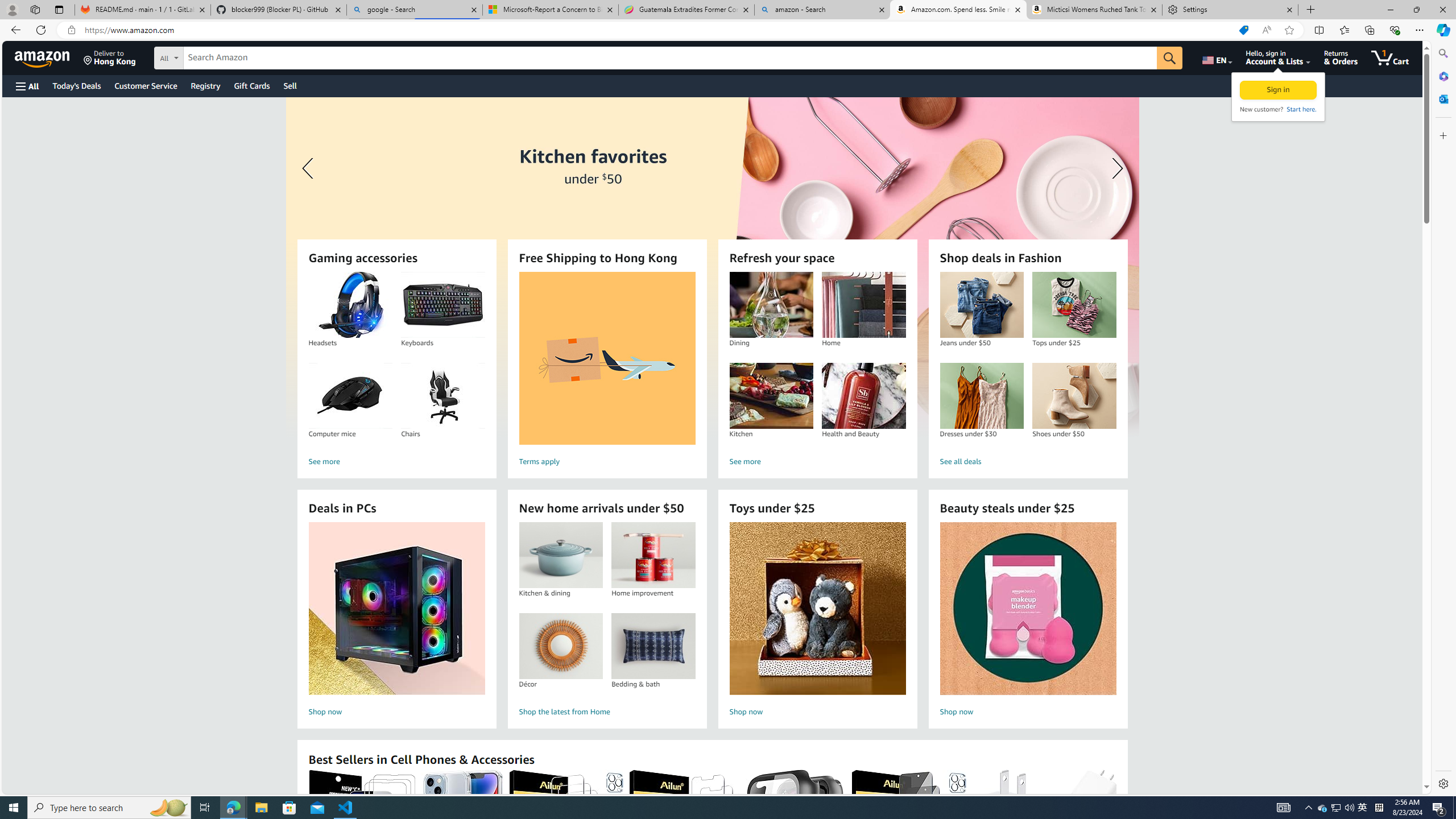 The image size is (1456, 819). Describe the element at coordinates (14, 29) in the screenshot. I see `'Back'` at that location.